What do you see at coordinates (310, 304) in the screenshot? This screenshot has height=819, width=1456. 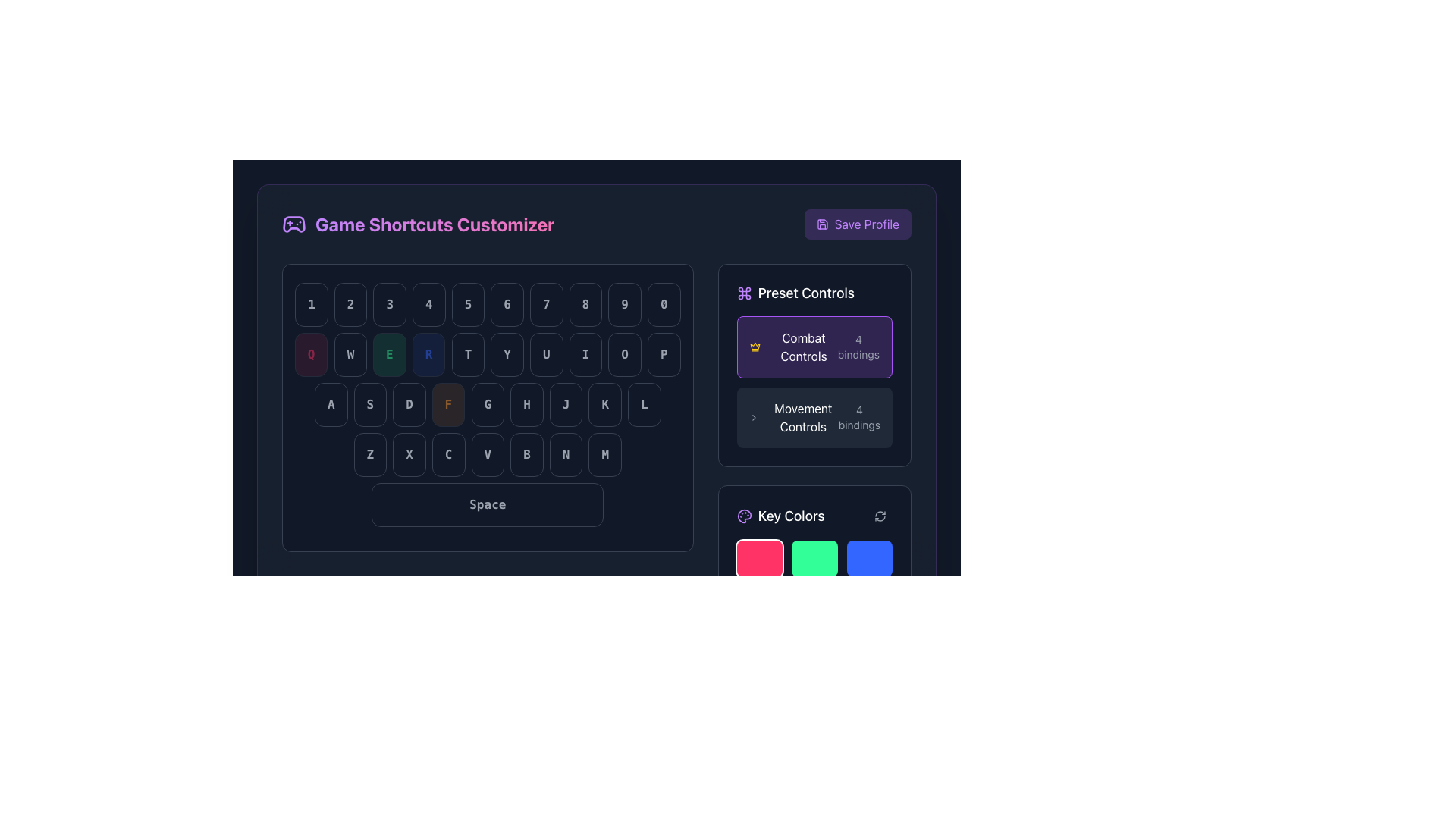 I see `the first button in the horizontal layout that has a dark background and displays the character '1'` at bounding box center [310, 304].